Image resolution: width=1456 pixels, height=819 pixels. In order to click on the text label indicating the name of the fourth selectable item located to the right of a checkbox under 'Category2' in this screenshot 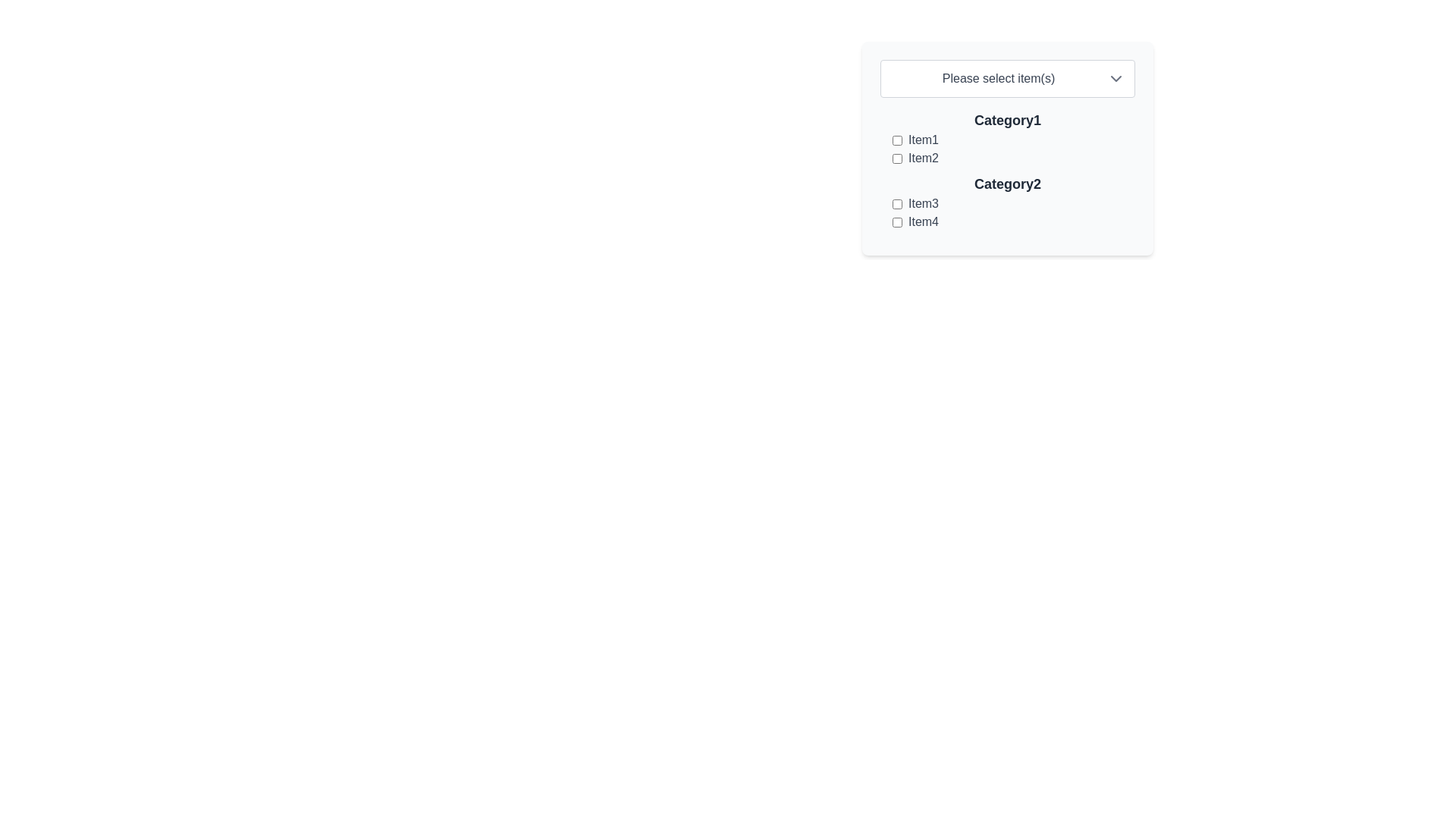, I will do `click(923, 222)`.